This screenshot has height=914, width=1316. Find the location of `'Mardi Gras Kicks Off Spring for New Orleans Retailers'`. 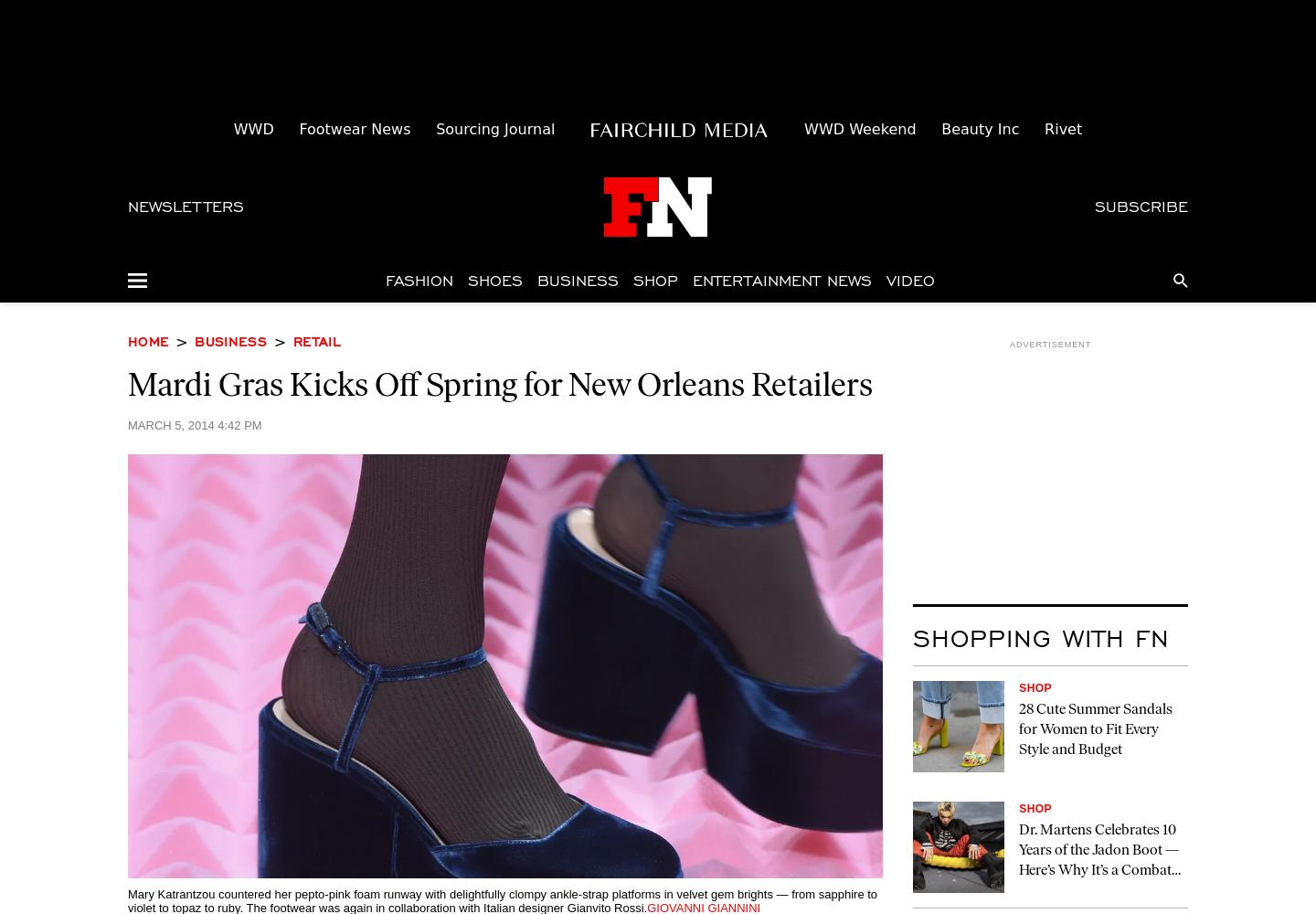

'Mardi Gras Kicks Off Spring for New Orleans Retailers' is located at coordinates (500, 387).